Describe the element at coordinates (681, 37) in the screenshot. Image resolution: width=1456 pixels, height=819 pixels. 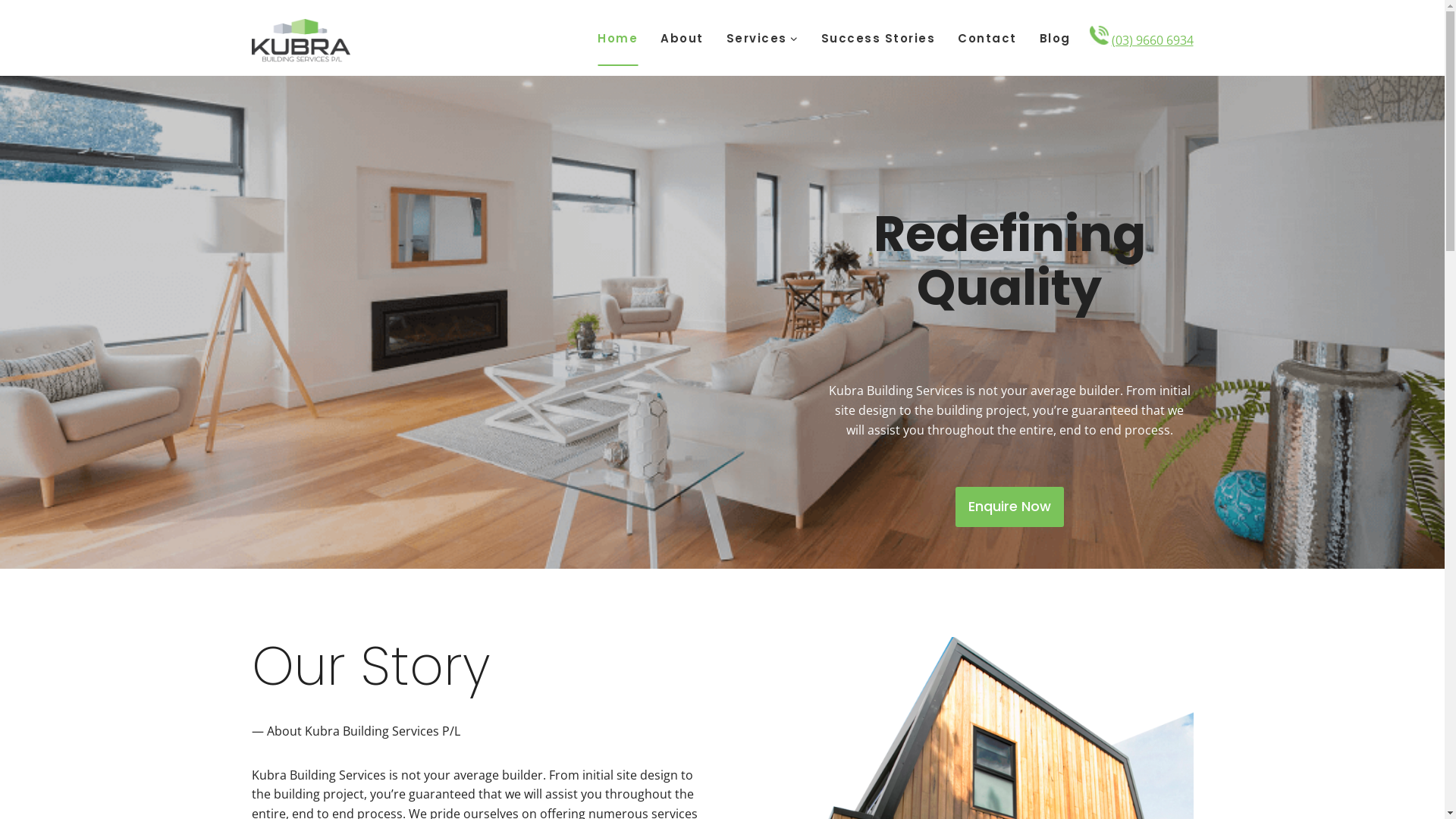
I see `'About'` at that location.